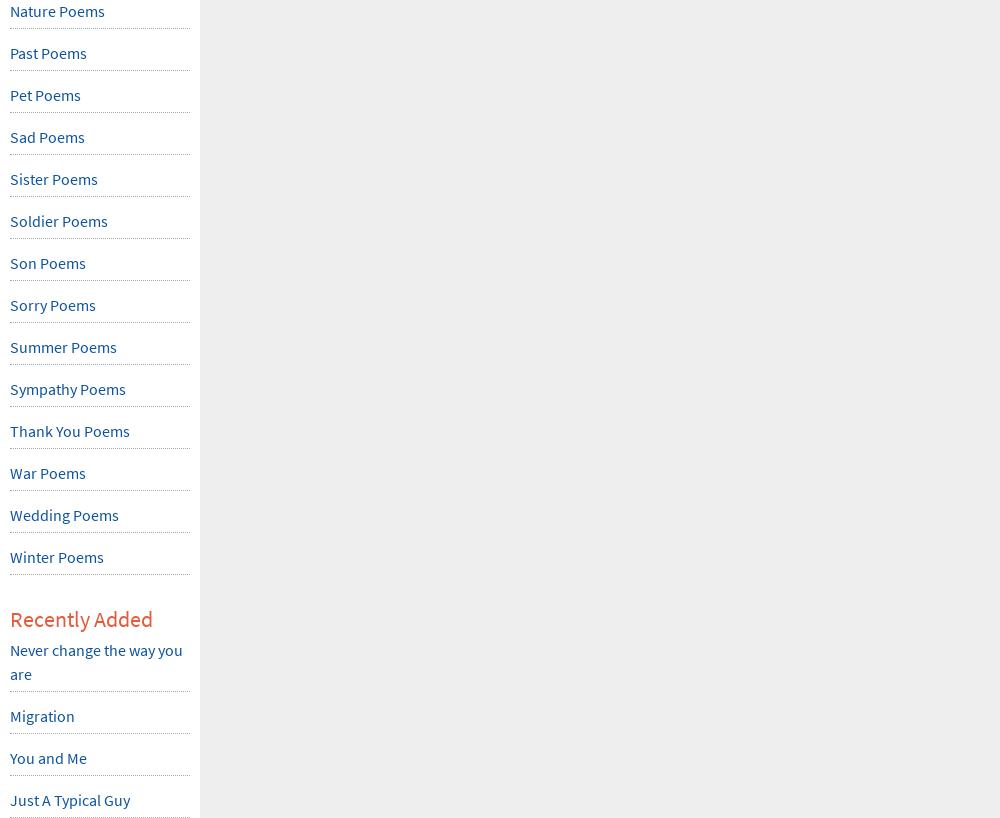 The height and width of the screenshot is (818, 1000). Describe the element at coordinates (10, 800) in the screenshot. I see `'Just A Typical Guy'` at that location.